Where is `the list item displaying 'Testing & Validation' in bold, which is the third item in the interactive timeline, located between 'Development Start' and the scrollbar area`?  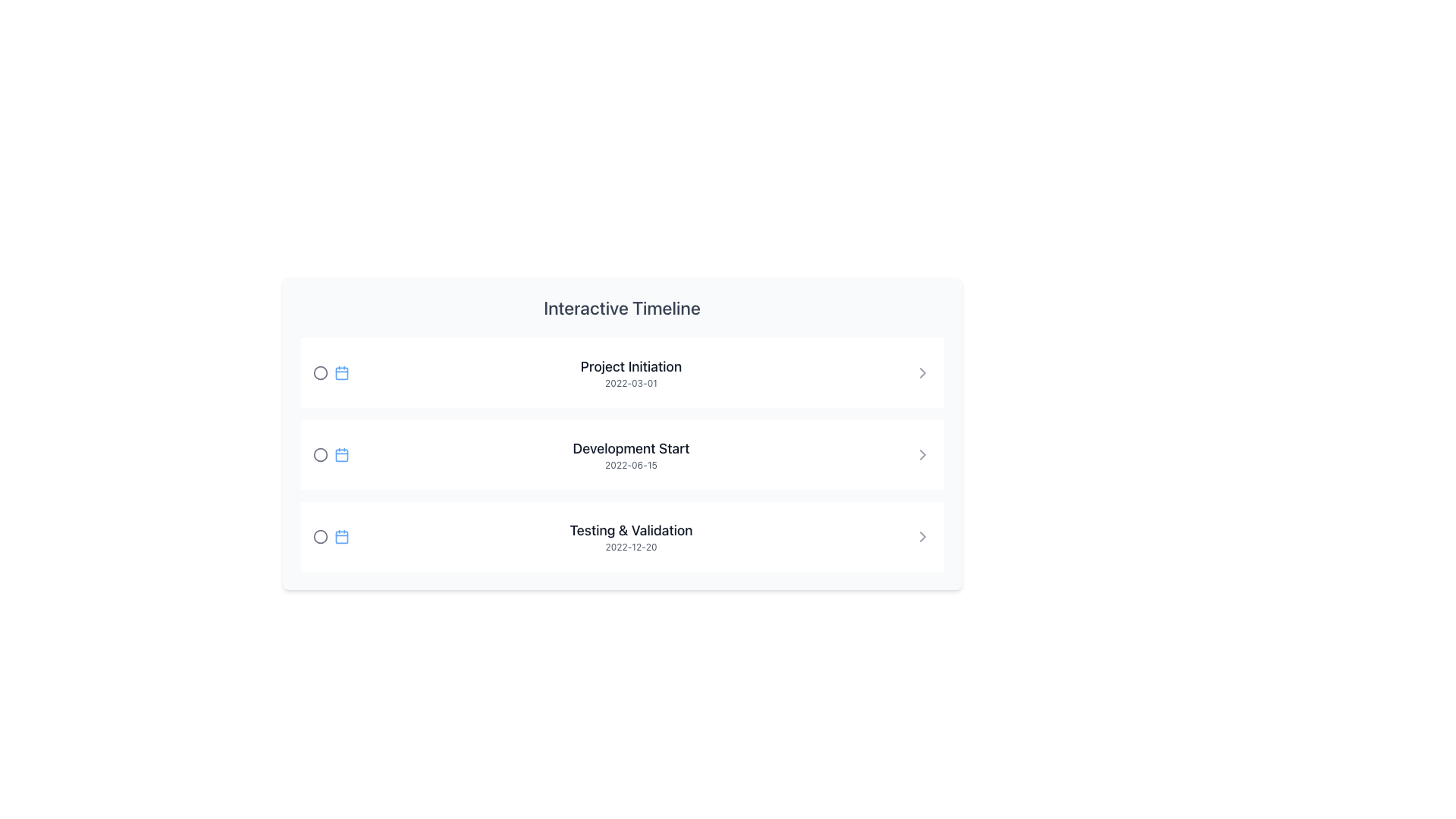
the list item displaying 'Testing & Validation' in bold, which is the third item in the interactive timeline, located between 'Development Start' and the scrollbar area is located at coordinates (622, 536).